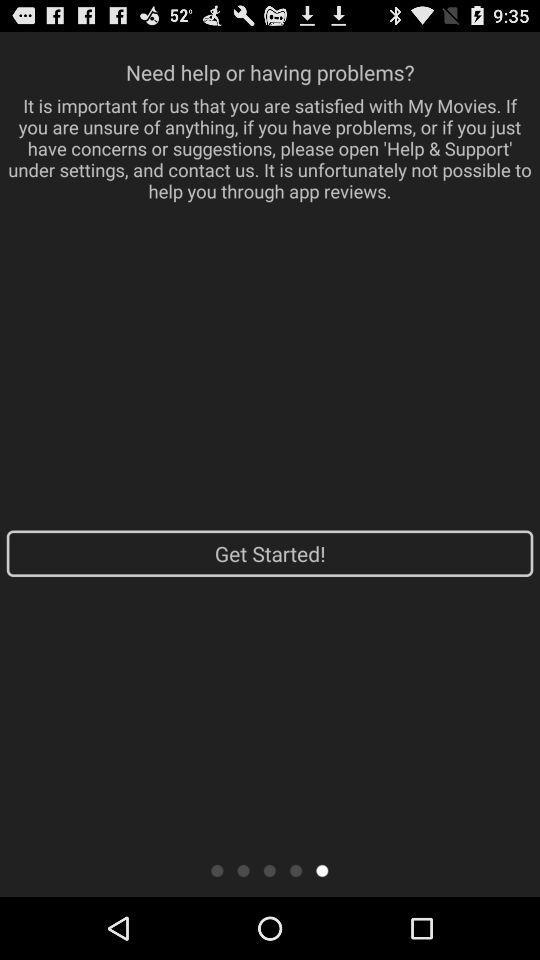 The image size is (540, 960). What do you see at coordinates (269, 869) in the screenshot?
I see `dot` at bounding box center [269, 869].